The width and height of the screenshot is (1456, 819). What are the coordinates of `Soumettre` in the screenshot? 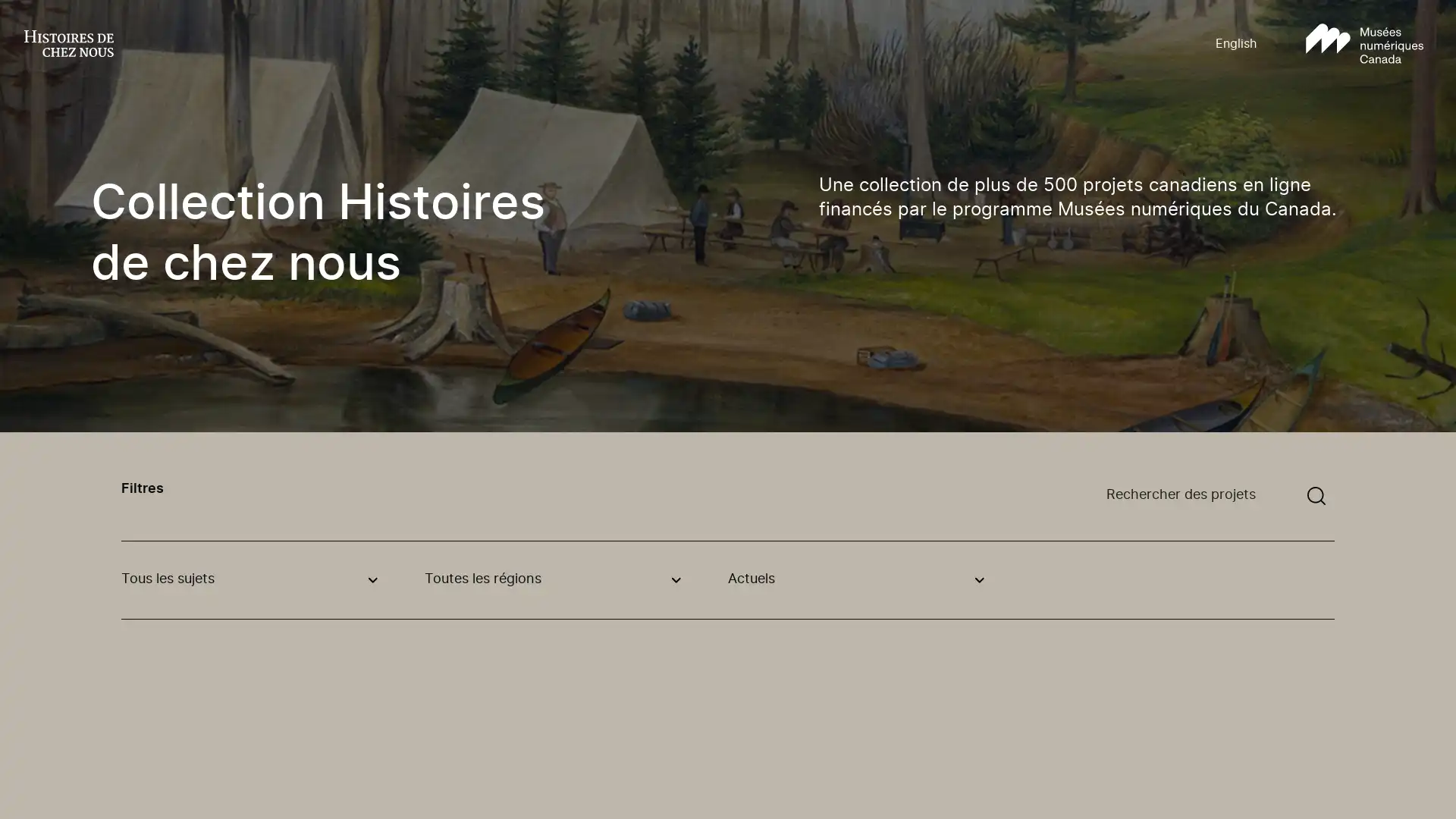 It's located at (1316, 496).